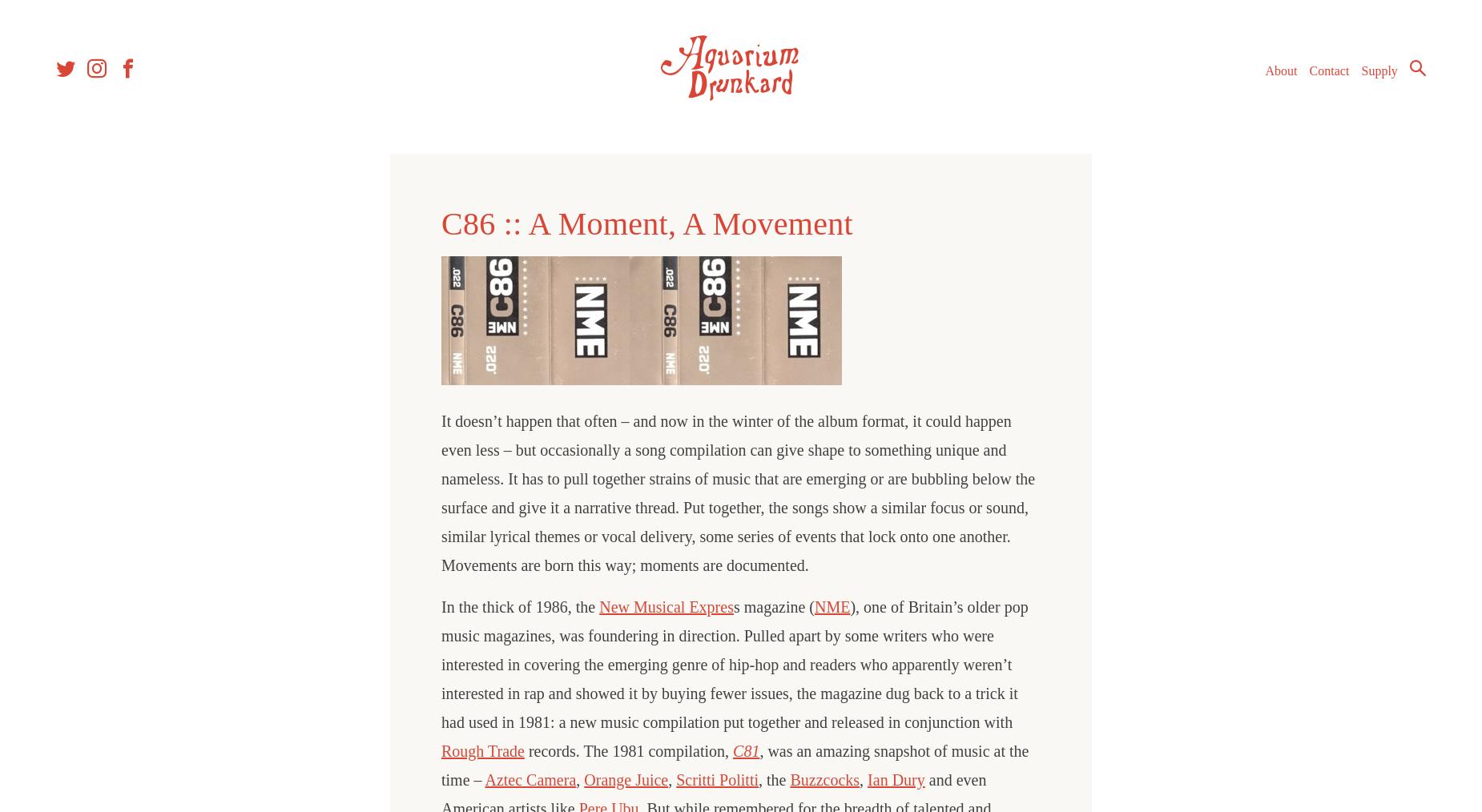 The width and height of the screenshot is (1482, 812). Describe the element at coordinates (628, 750) in the screenshot. I see `'records.  The 1981 compilation,'` at that location.